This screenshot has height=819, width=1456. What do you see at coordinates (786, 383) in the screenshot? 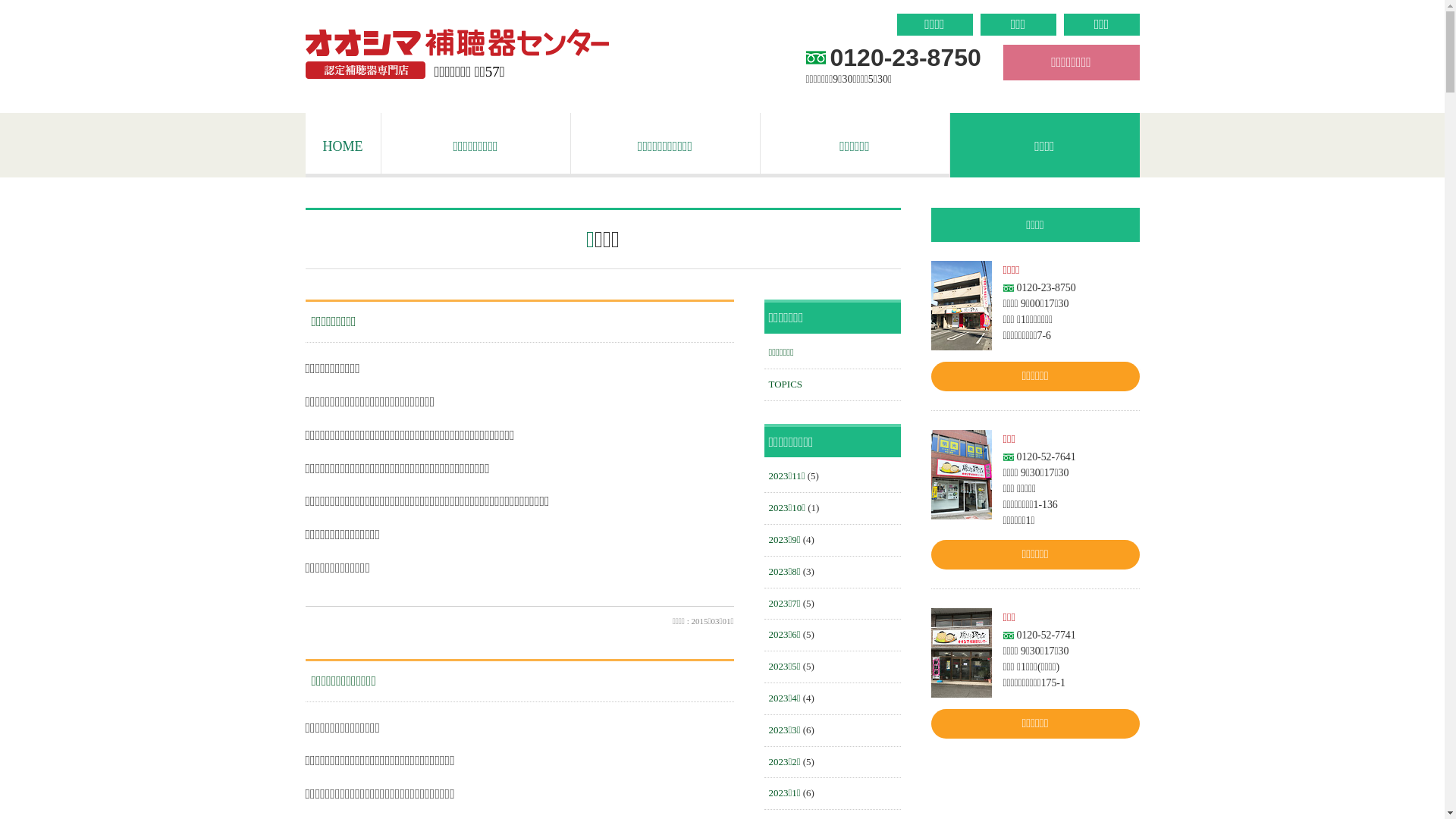
I see `'TOPICS'` at bounding box center [786, 383].